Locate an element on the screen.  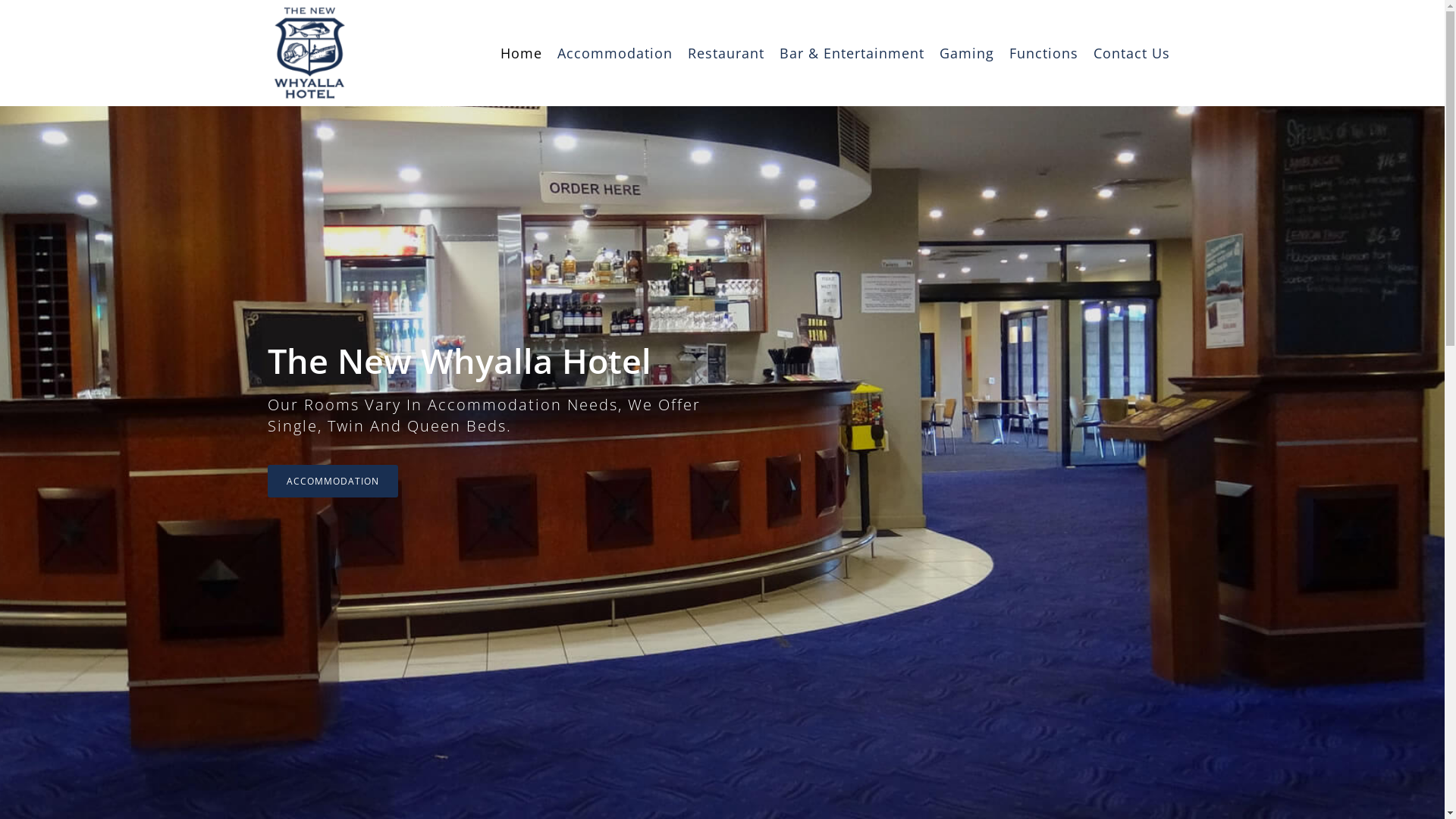
'Restaurant' is located at coordinates (724, 52).